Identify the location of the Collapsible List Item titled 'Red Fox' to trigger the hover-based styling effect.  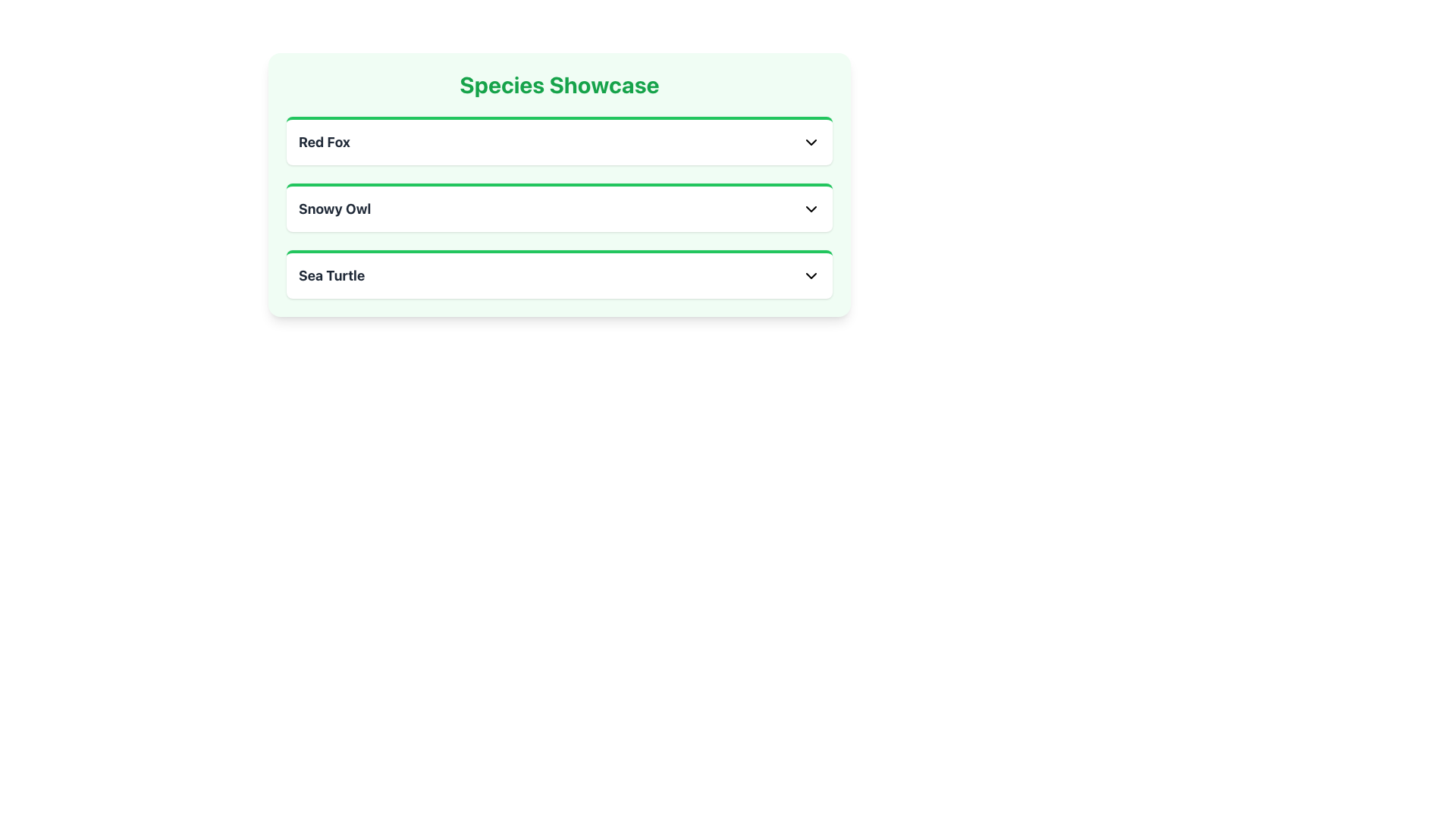
(559, 140).